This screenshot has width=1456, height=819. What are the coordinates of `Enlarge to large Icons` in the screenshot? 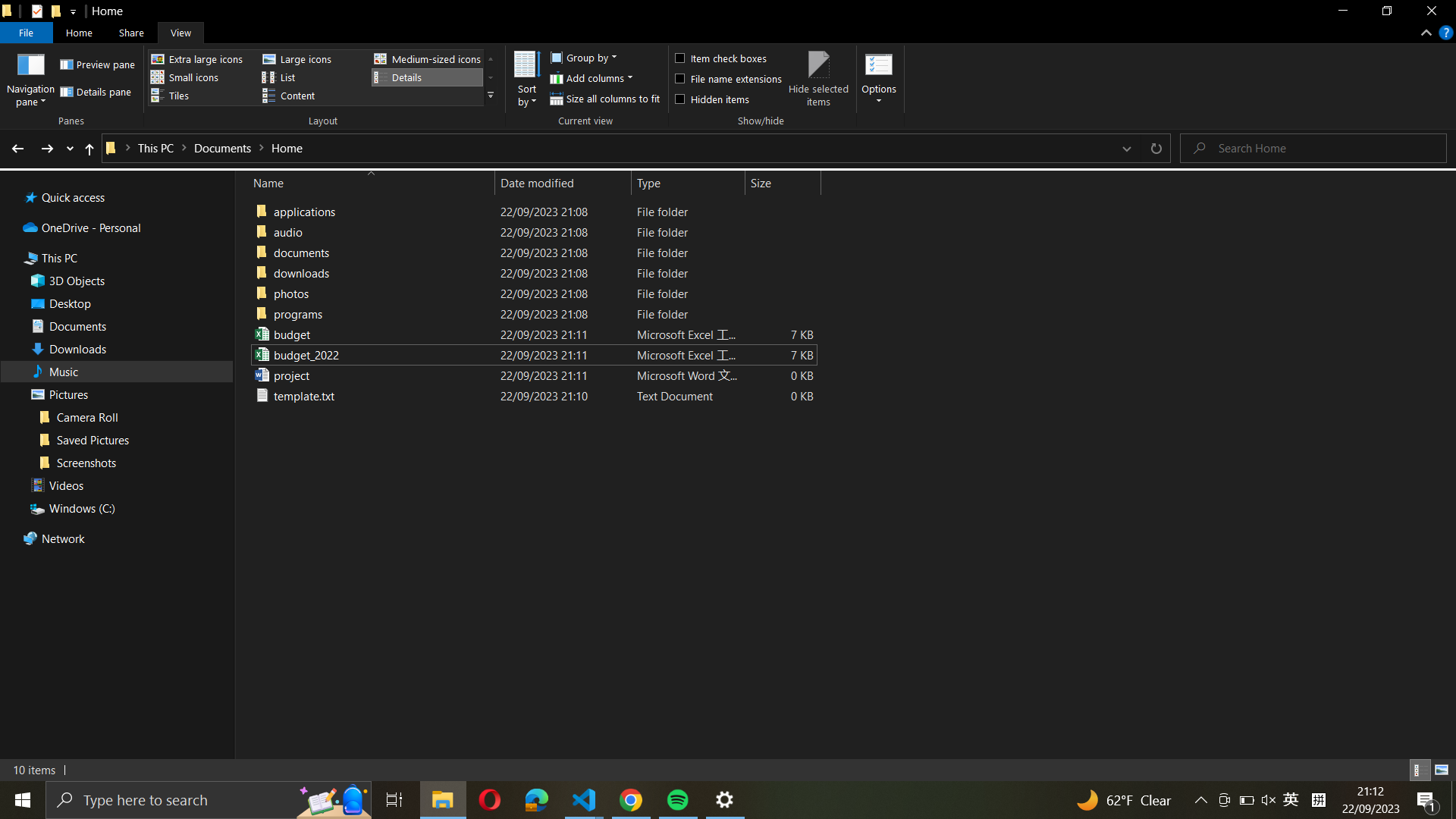 It's located at (309, 58).